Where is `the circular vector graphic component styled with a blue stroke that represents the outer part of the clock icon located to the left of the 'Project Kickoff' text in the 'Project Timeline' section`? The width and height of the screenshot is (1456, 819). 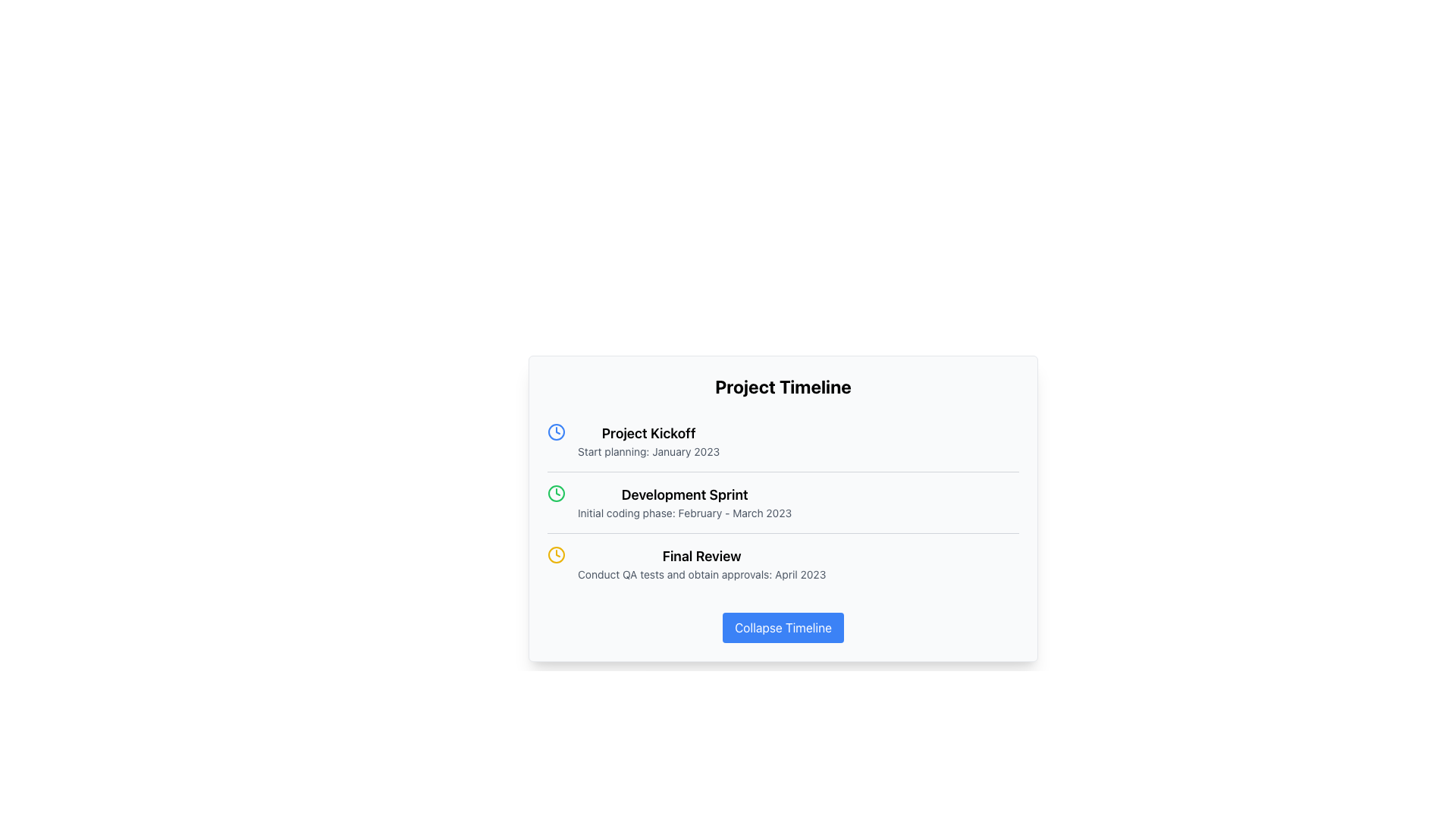 the circular vector graphic component styled with a blue stroke that represents the outer part of the clock icon located to the left of the 'Project Kickoff' text in the 'Project Timeline' section is located at coordinates (556, 432).